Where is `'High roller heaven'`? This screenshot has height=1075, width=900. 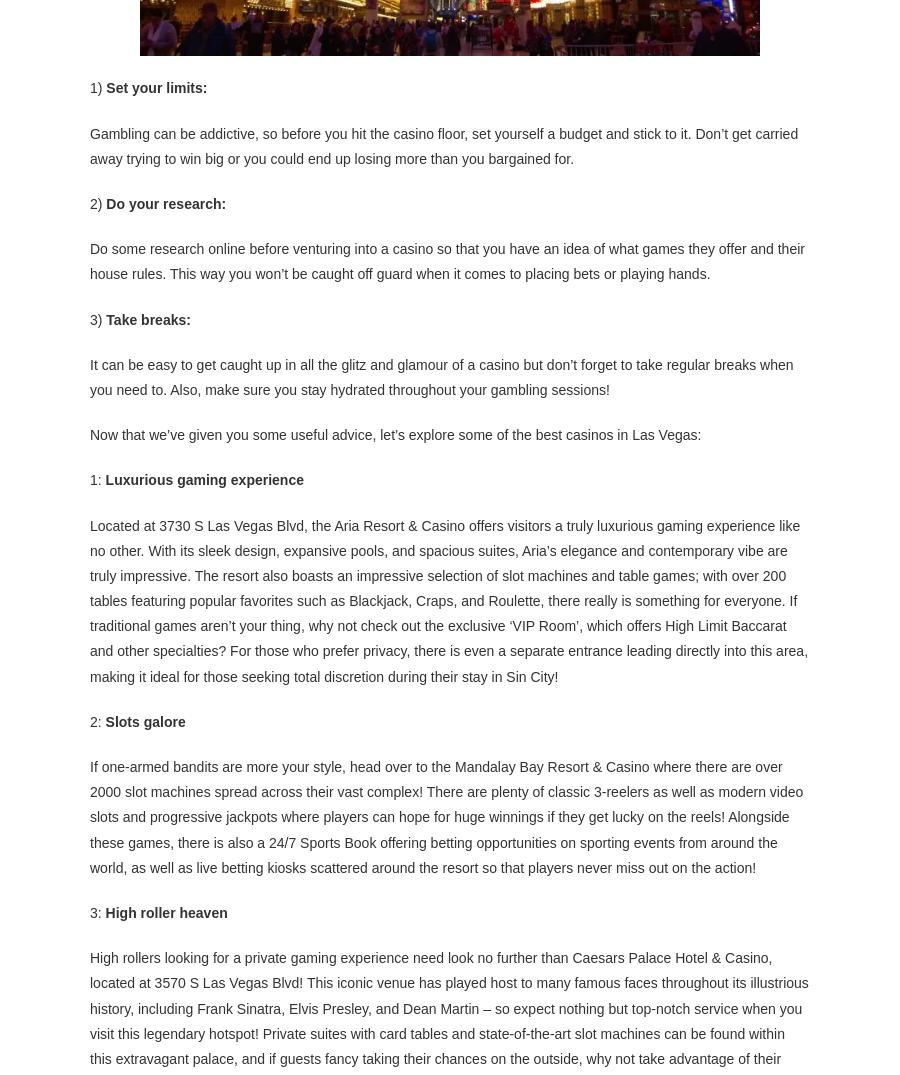
'High roller heaven' is located at coordinates (168, 909).